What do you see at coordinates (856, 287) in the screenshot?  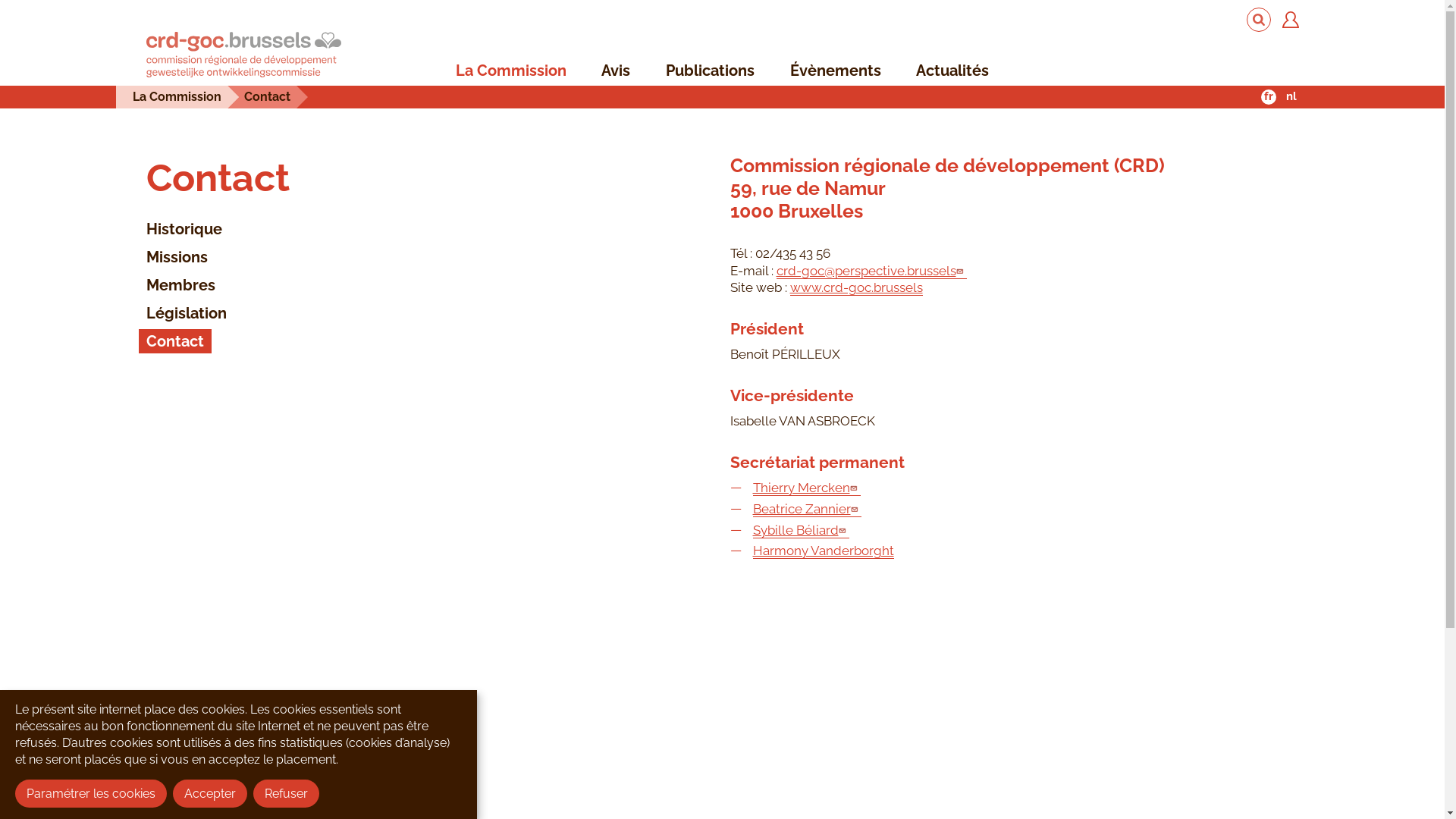 I see `'www.crd-goc.brussels'` at bounding box center [856, 287].